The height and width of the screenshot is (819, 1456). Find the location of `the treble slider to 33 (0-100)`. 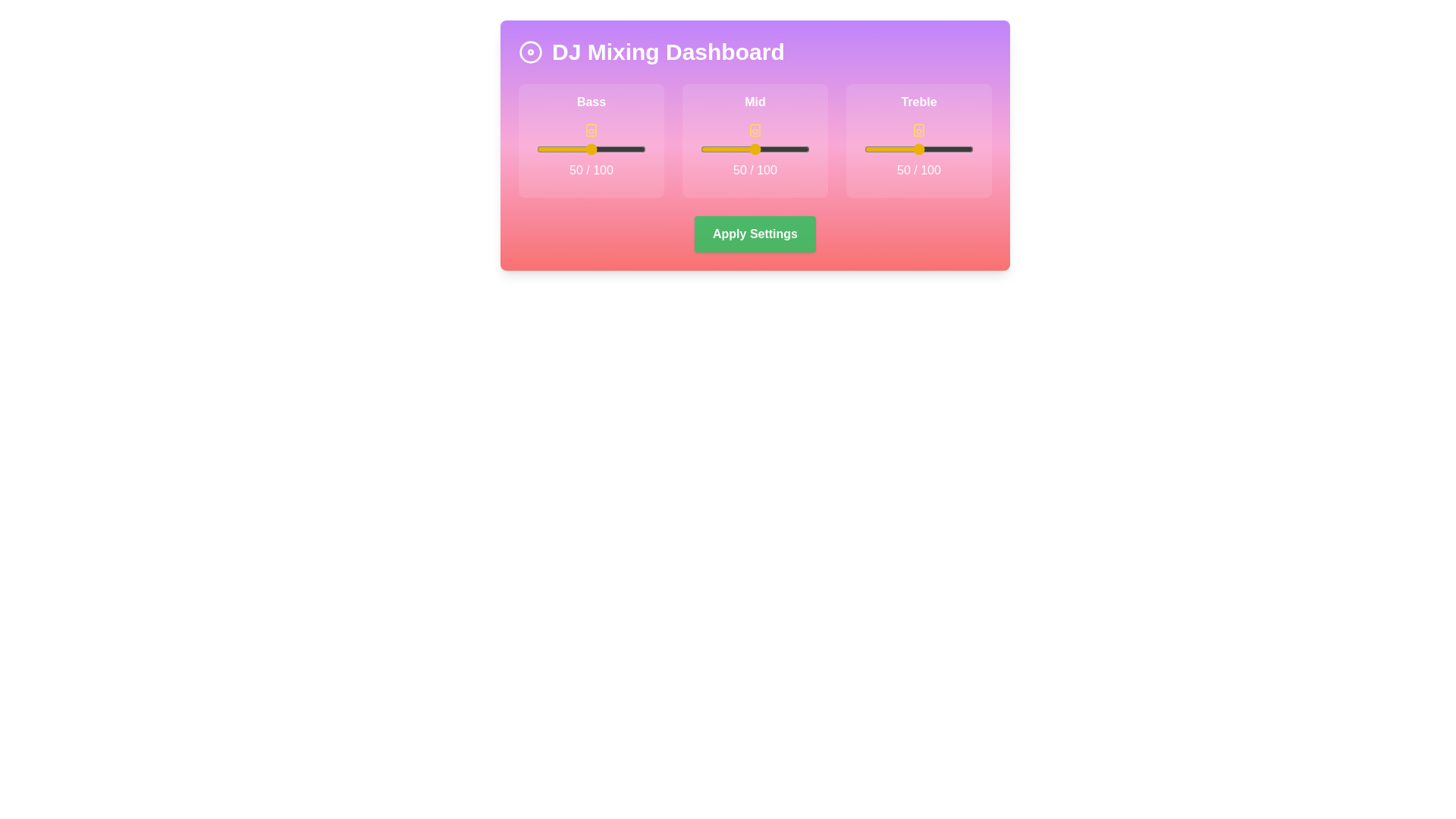

the treble slider to 33 (0-100) is located at coordinates (900, 149).